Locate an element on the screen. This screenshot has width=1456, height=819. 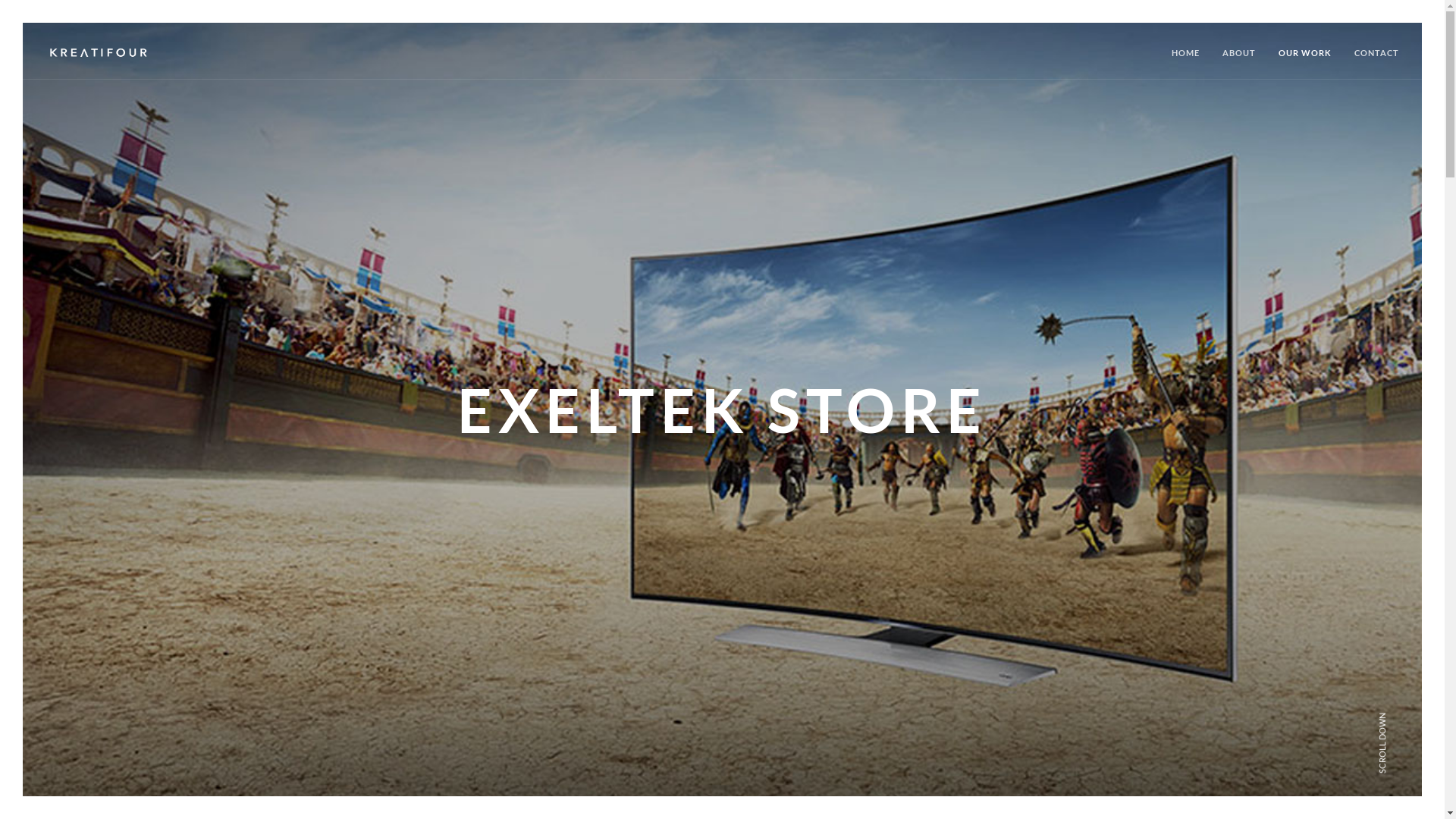
'OUR WORK' is located at coordinates (1304, 61).